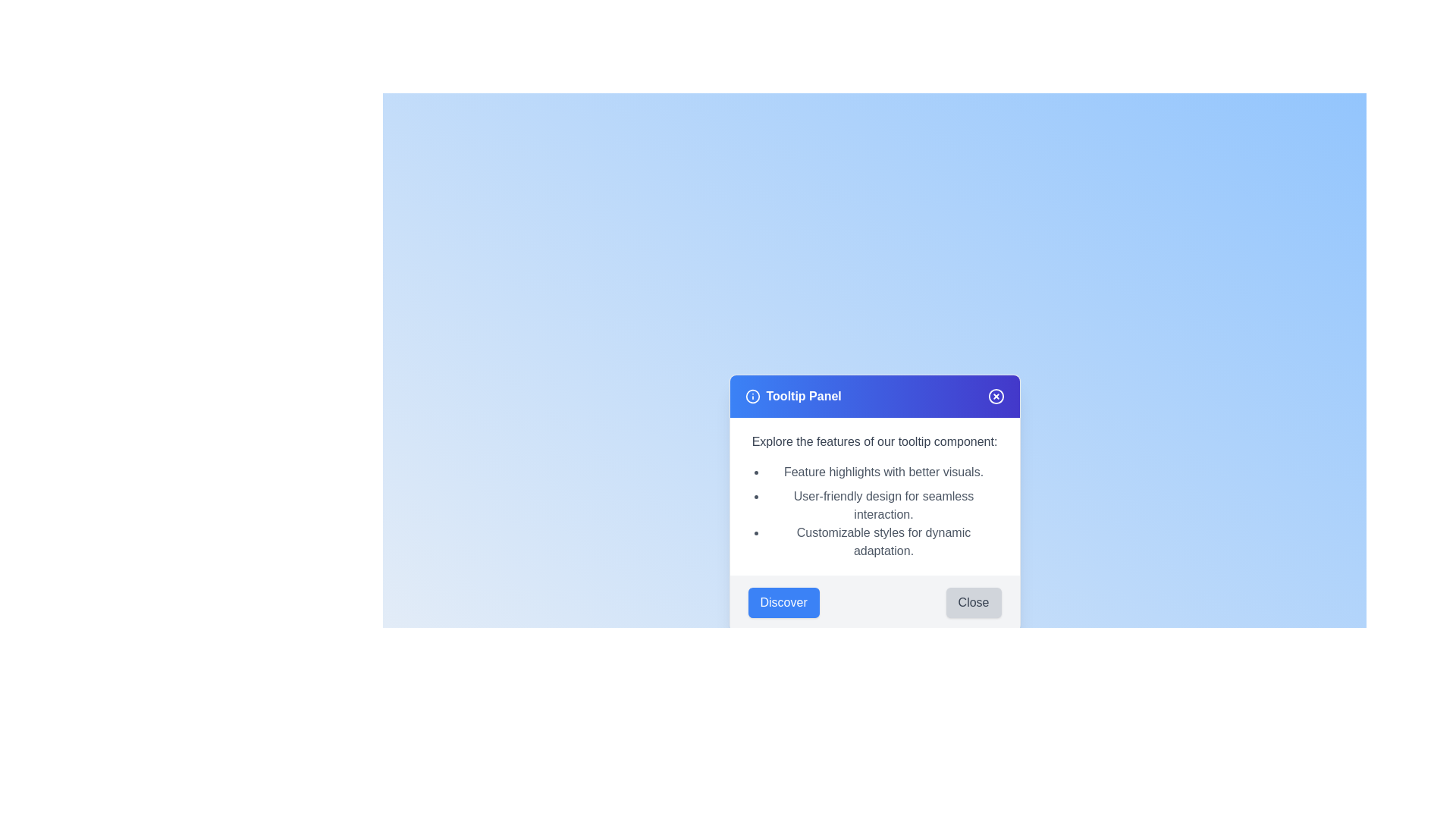  Describe the element at coordinates (792, 396) in the screenshot. I see `the 'Tooltip Panel' label with an adjacent information icon` at that location.